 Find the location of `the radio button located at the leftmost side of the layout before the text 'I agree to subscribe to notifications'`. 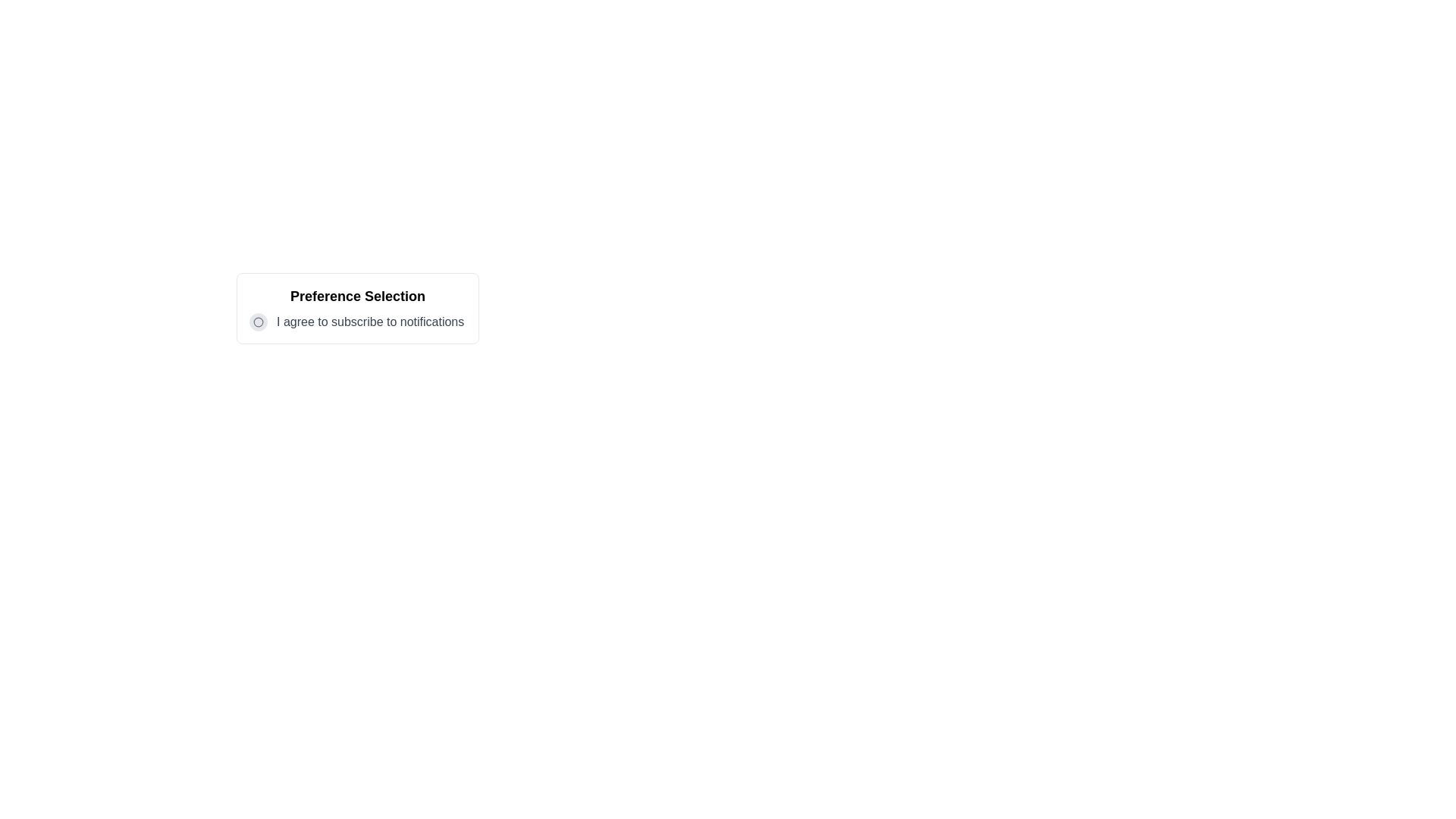

the radio button located at the leftmost side of the layout before the text 'I agree to subscribe to notifications' is located at coordinates (258, 321).